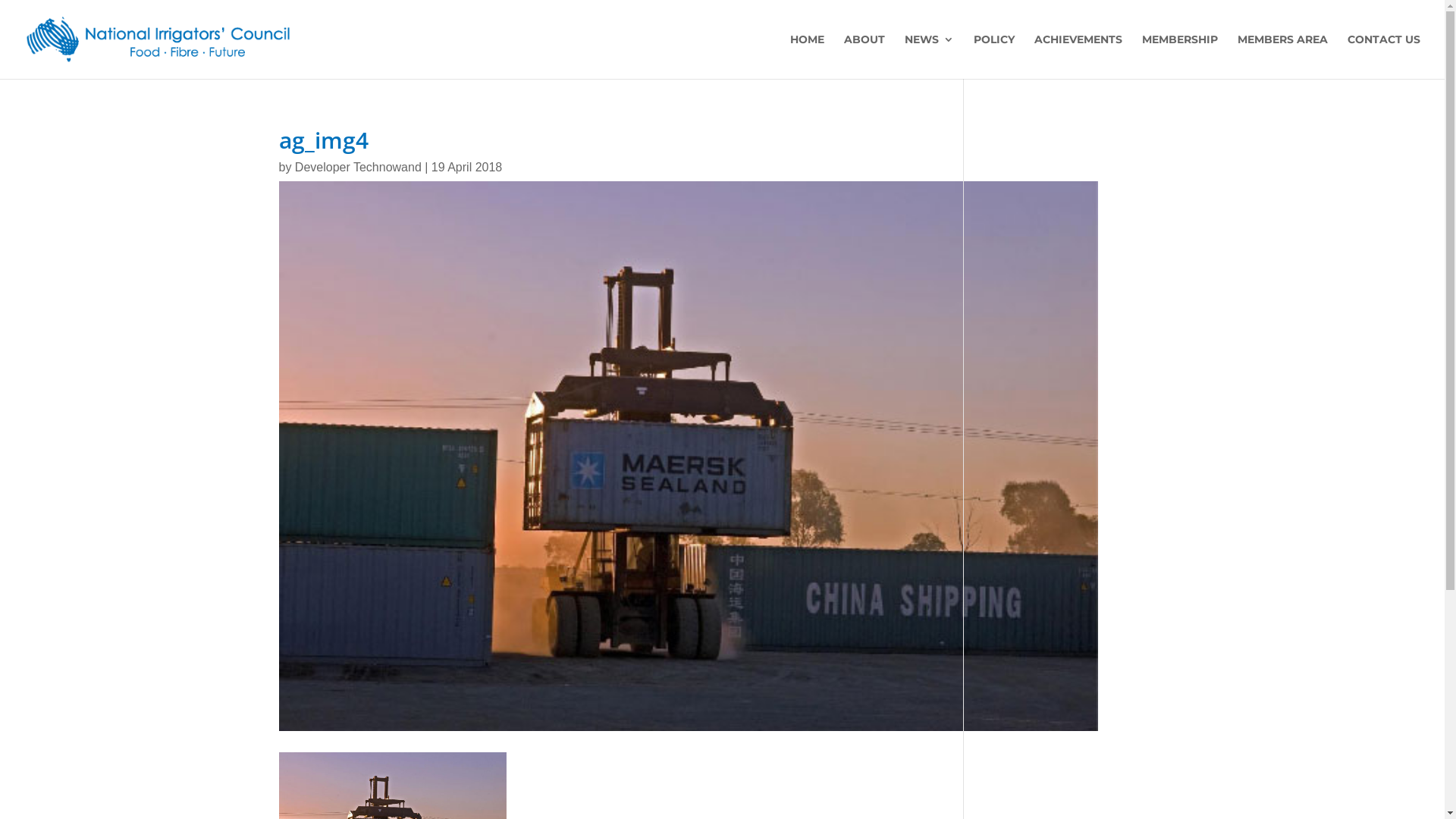 This screenshot has height=819, width=1456. I want to click on 'NEWS', so click(928, 55).